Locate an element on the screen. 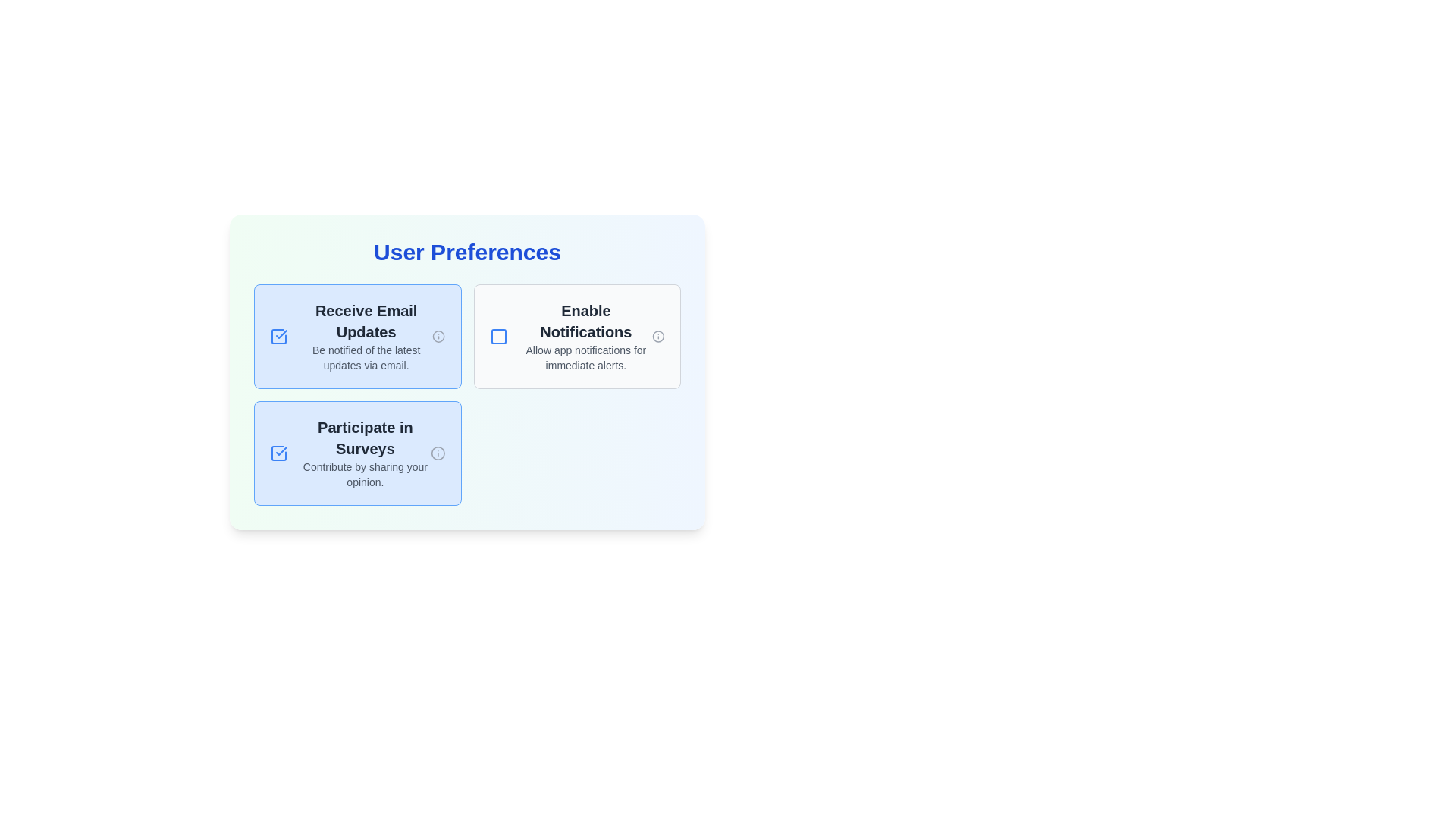 The height and width of the screenshot is (819, 1456). the checkbox element that allows users to indicate their interest in participating in surveys is located at coordinates (356, 452).